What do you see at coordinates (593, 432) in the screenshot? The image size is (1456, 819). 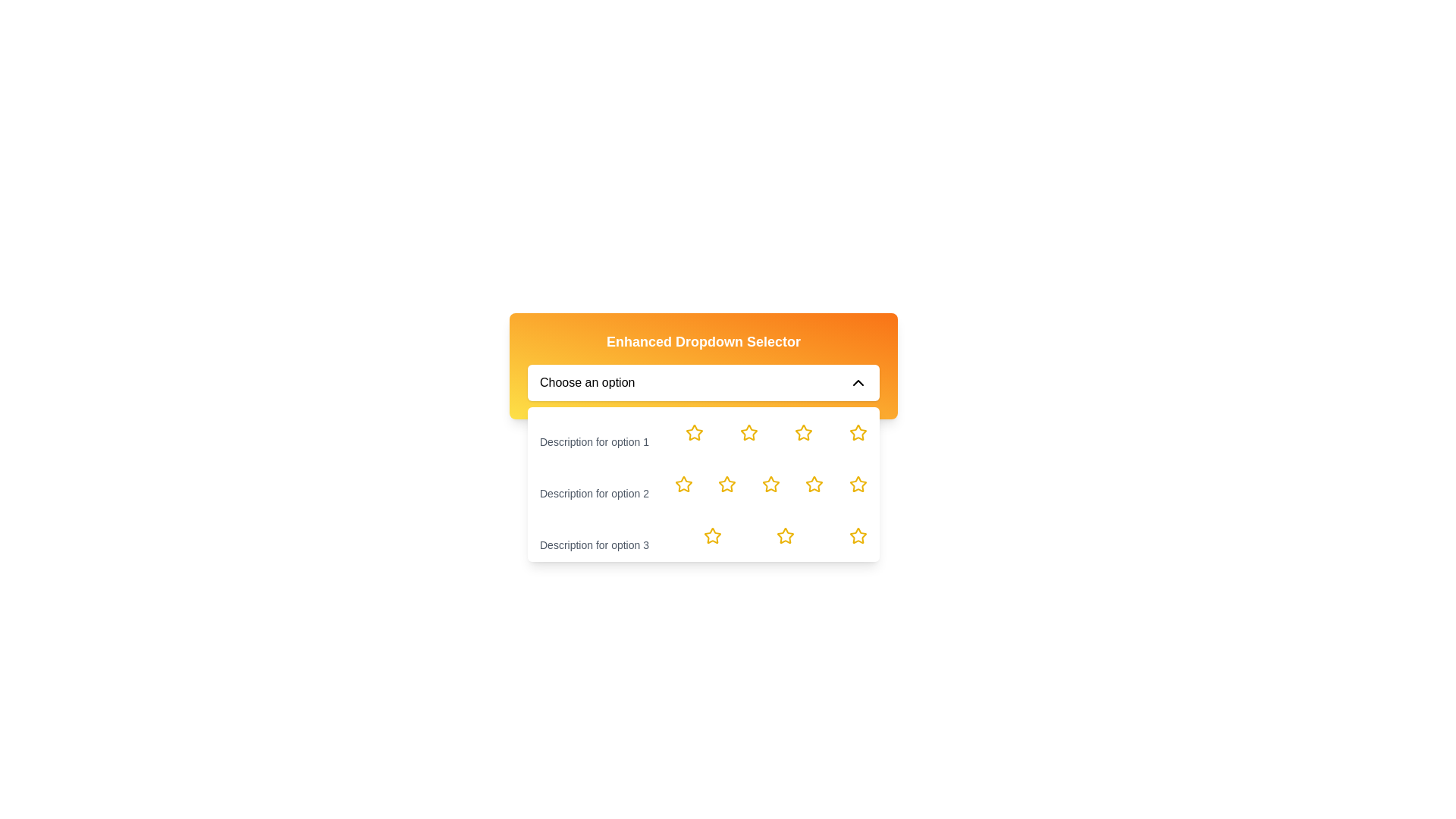 I see `the text label displaying 'Description for option 1', which is located below the title 'Option 1' in the dropdown menu` at bounding box center [593, 432].